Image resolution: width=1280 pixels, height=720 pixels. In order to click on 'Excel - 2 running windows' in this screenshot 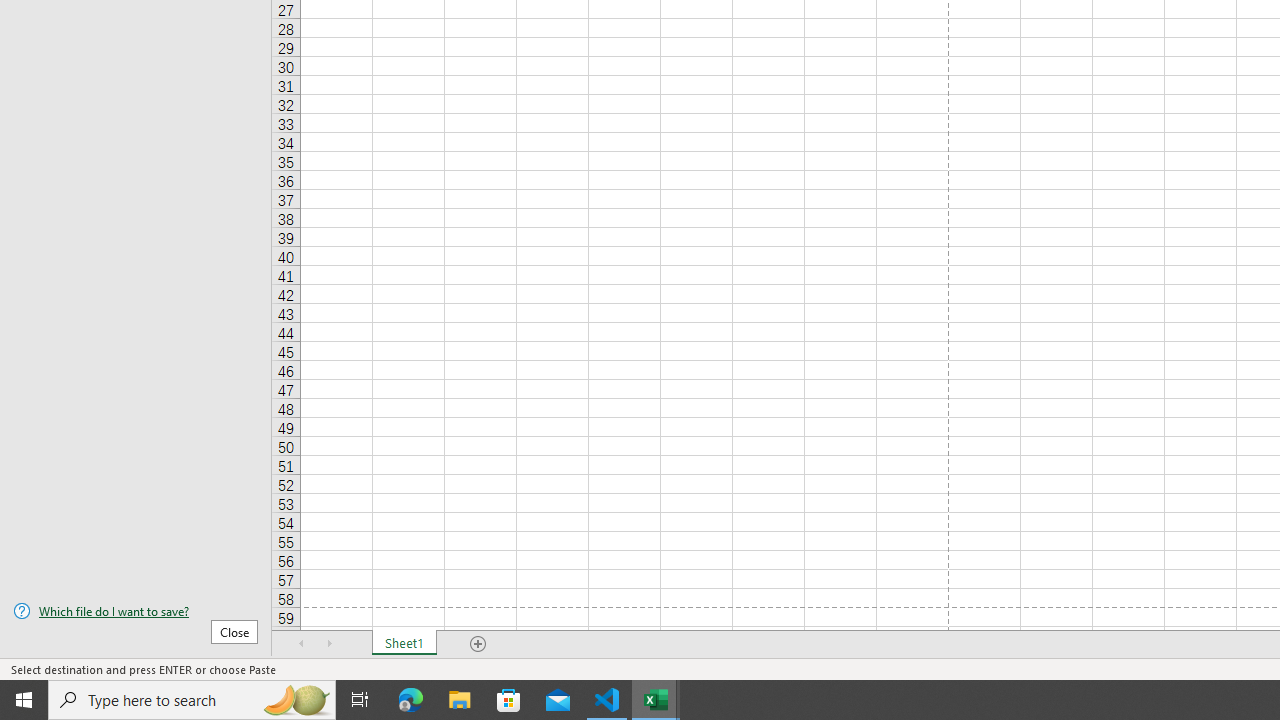, I will do `click(656, 698)`.